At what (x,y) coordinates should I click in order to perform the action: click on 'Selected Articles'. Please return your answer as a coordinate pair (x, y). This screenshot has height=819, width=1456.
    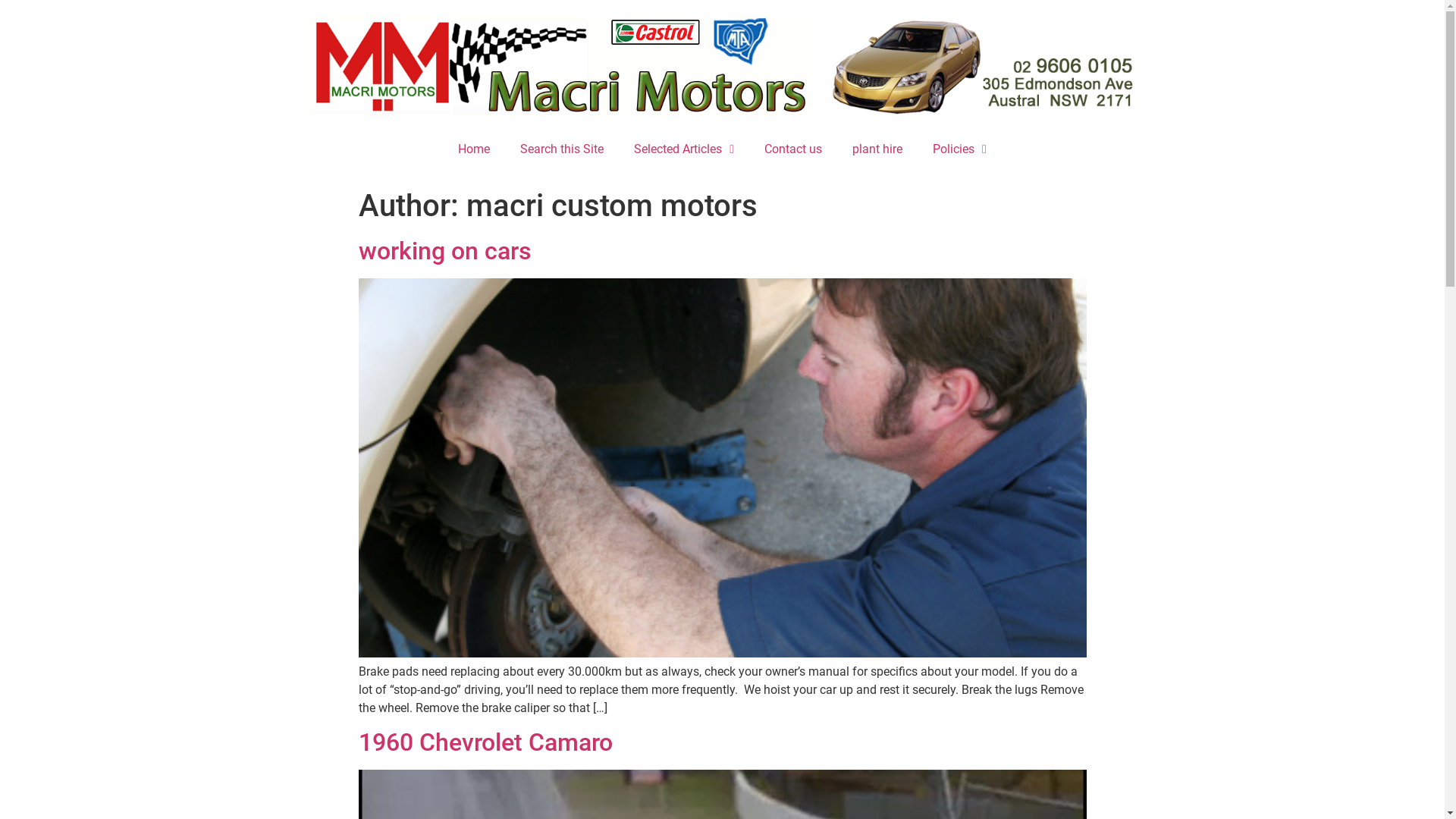
    Looking at the image, I should click on (619, 149).